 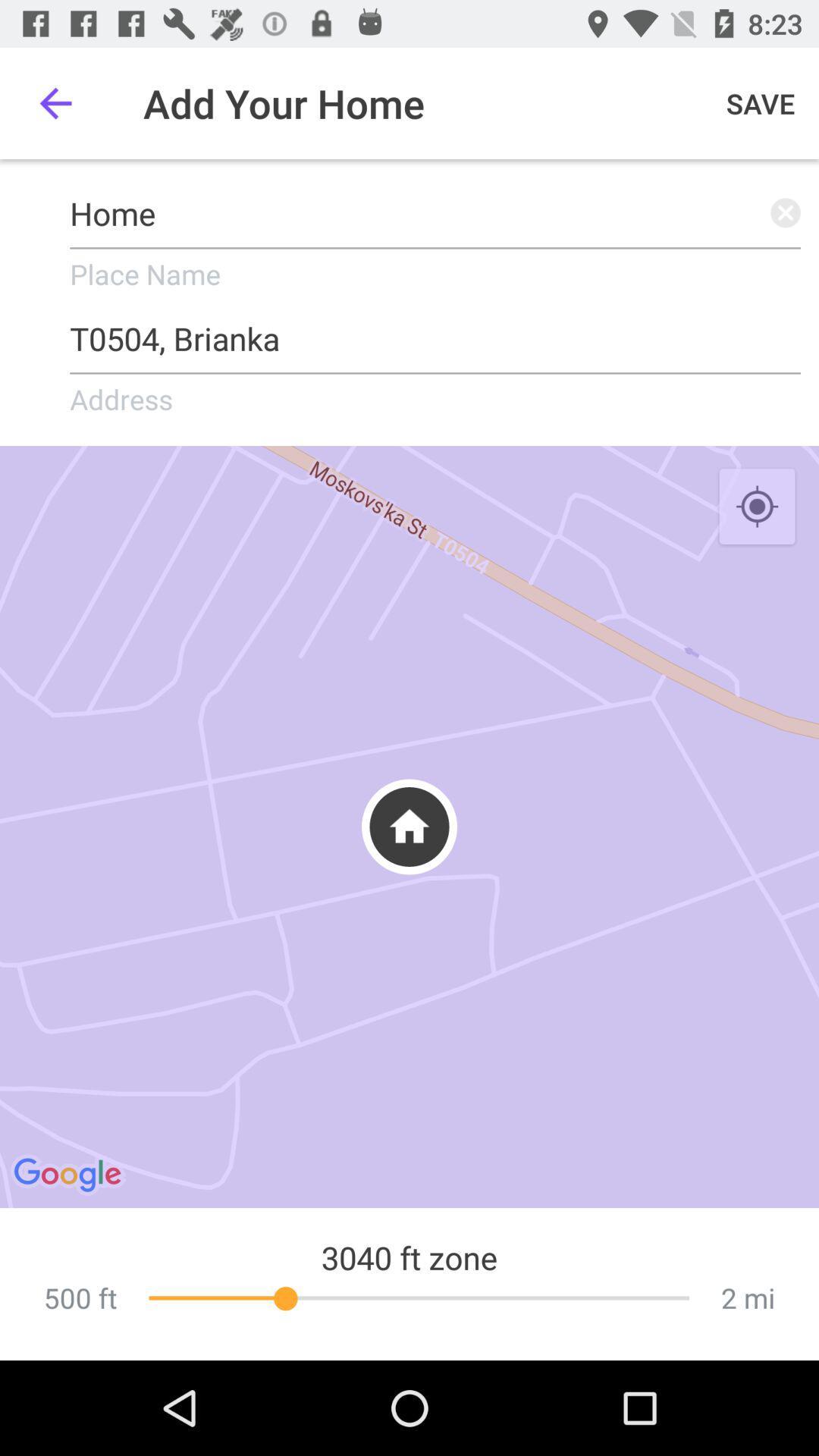 What do you see at coordinates (435, 332) in the screenshot?
I see `item above address item` at bounding box center [435, 332].